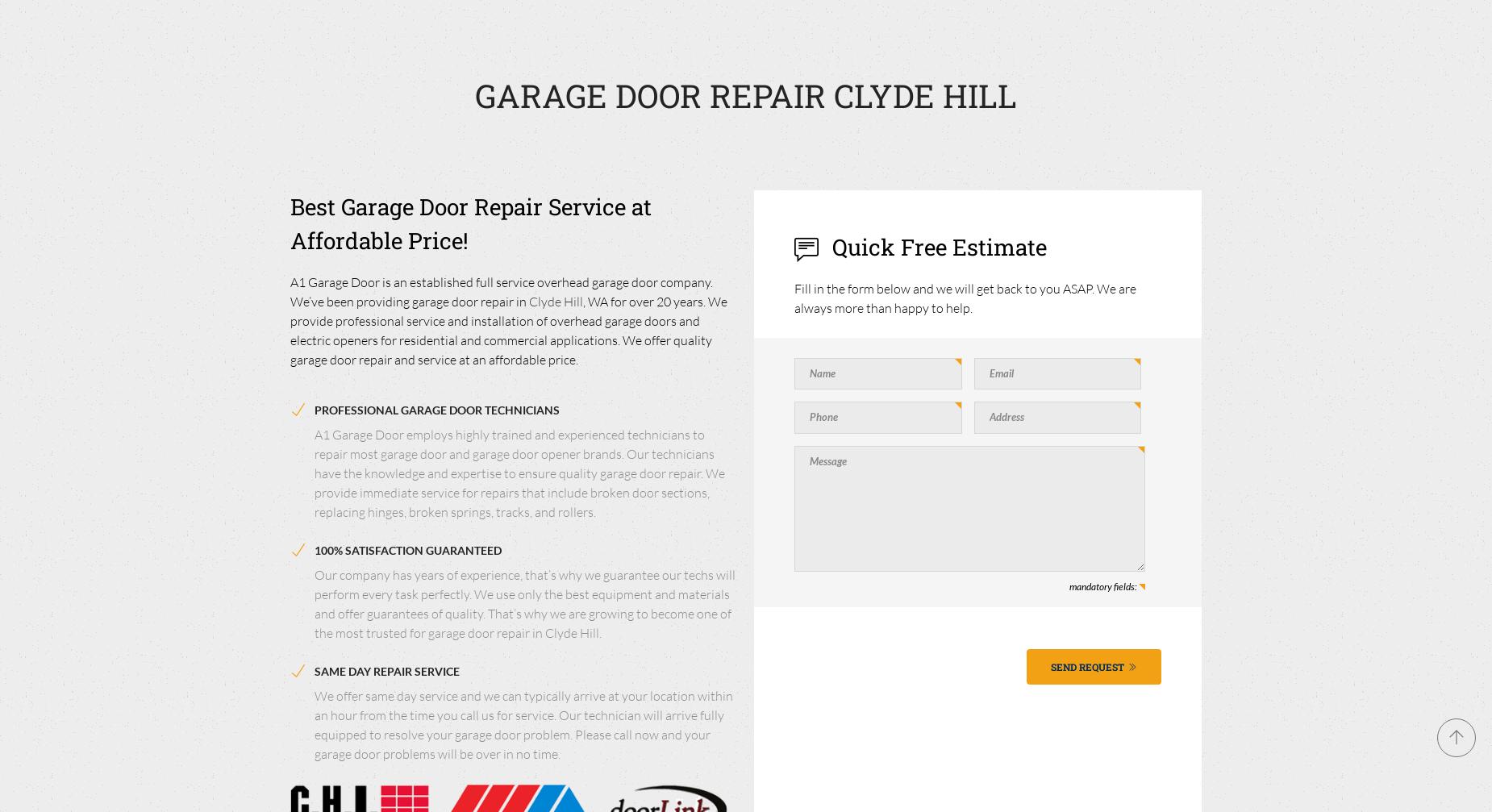  What do you see at coordinates (1049, 665) in the screenshot?
I see `'SEND REQUEST'` at bounding box center [1049, 665].